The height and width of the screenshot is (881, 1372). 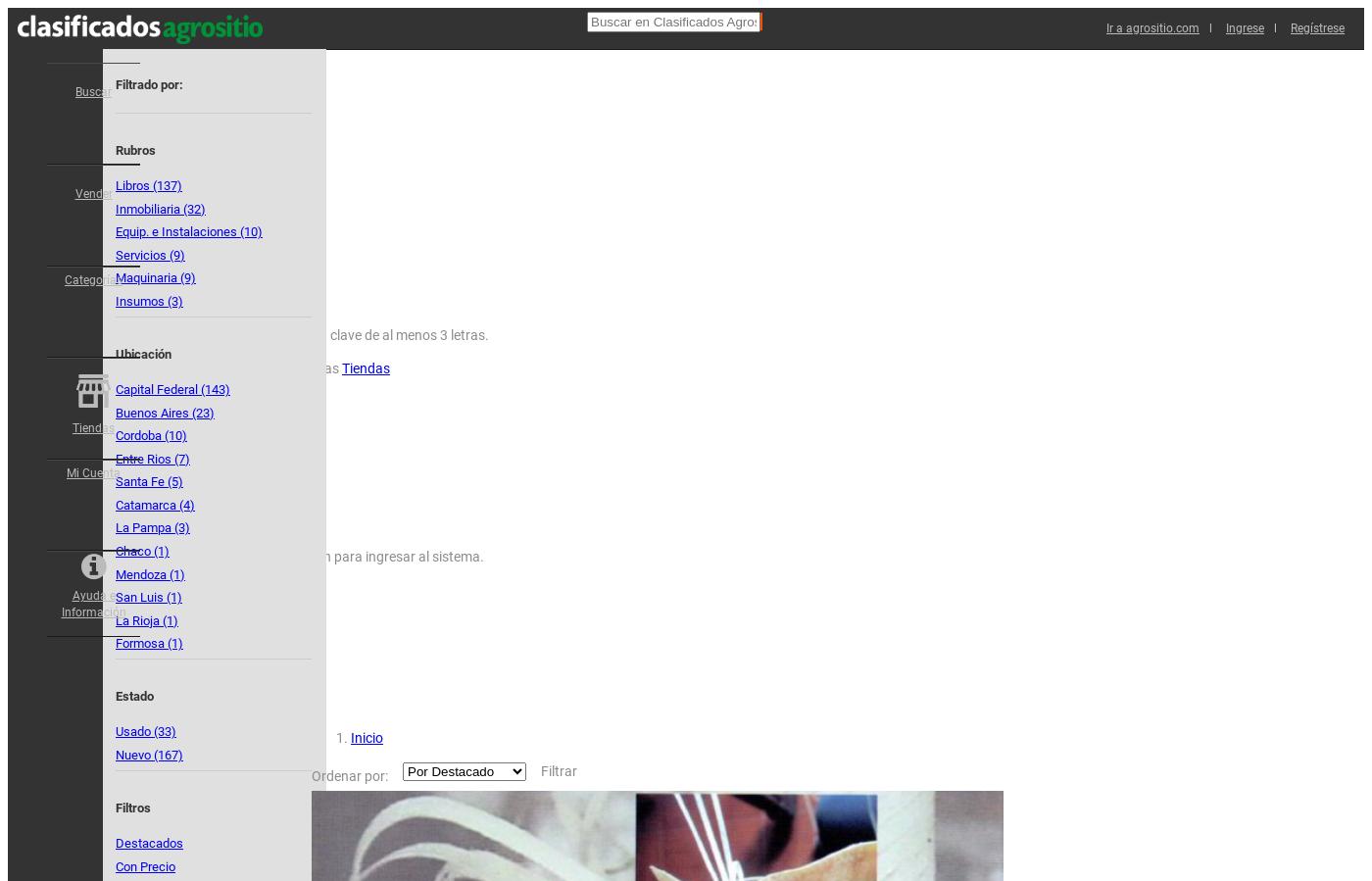 I want to click on 'Nuevo (167)', so click(x=149, y=754).